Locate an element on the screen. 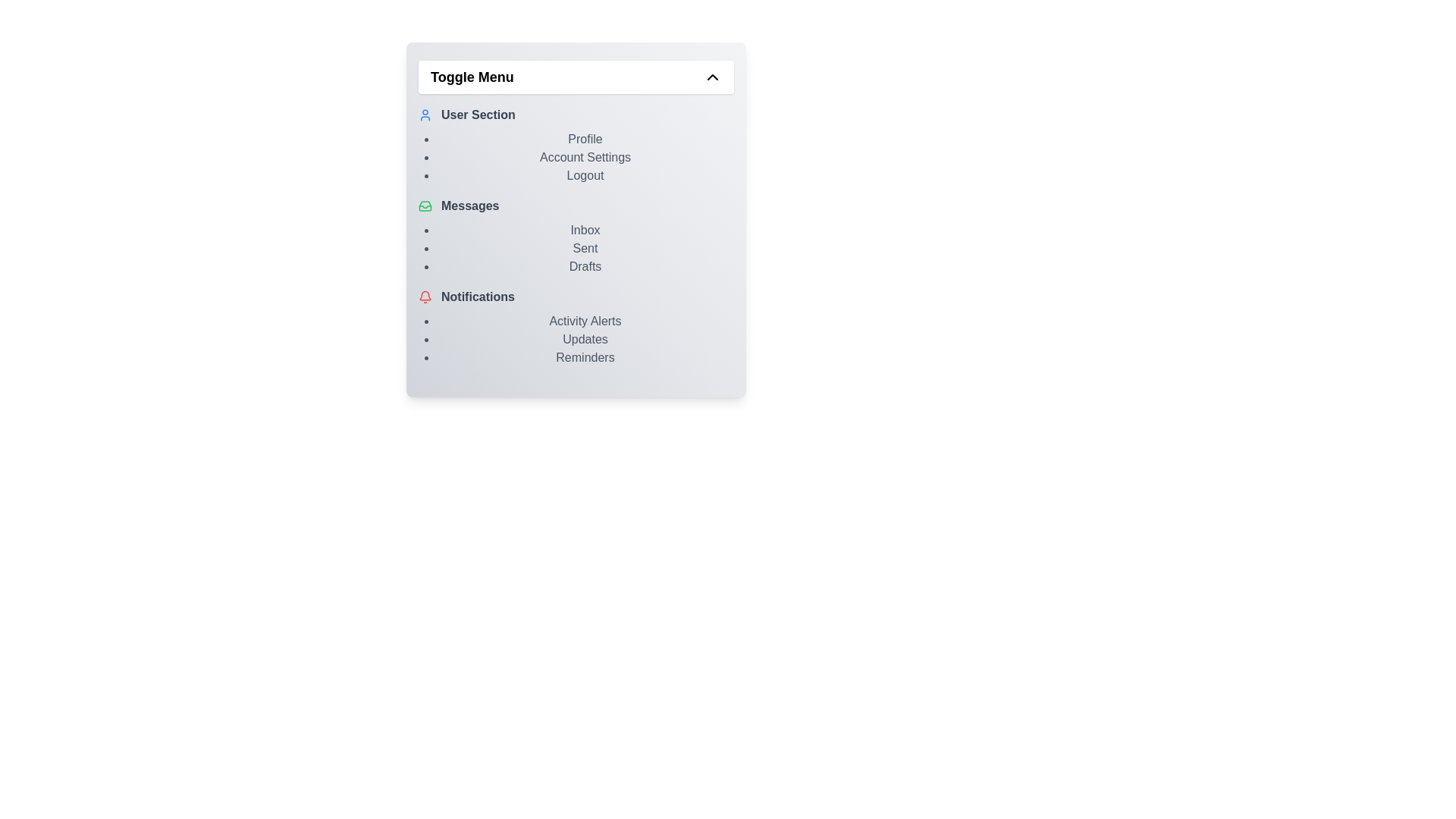  the section title Notifications to expand or collapse its contents is located at coordinates (575, 297).